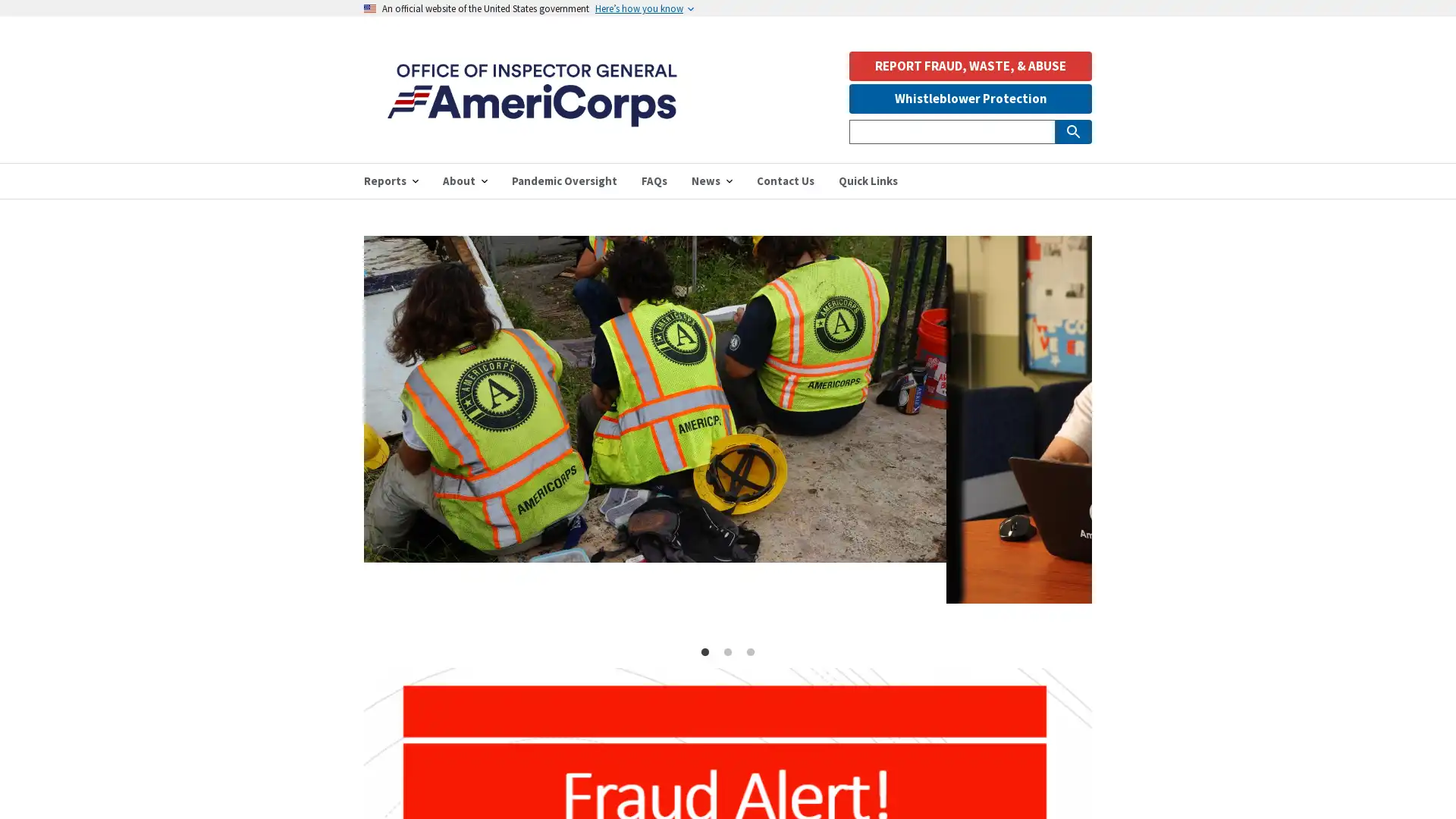  Describe the element at coordinates (639, 8) in the screenshot. I see `Heres how you know` at that location.